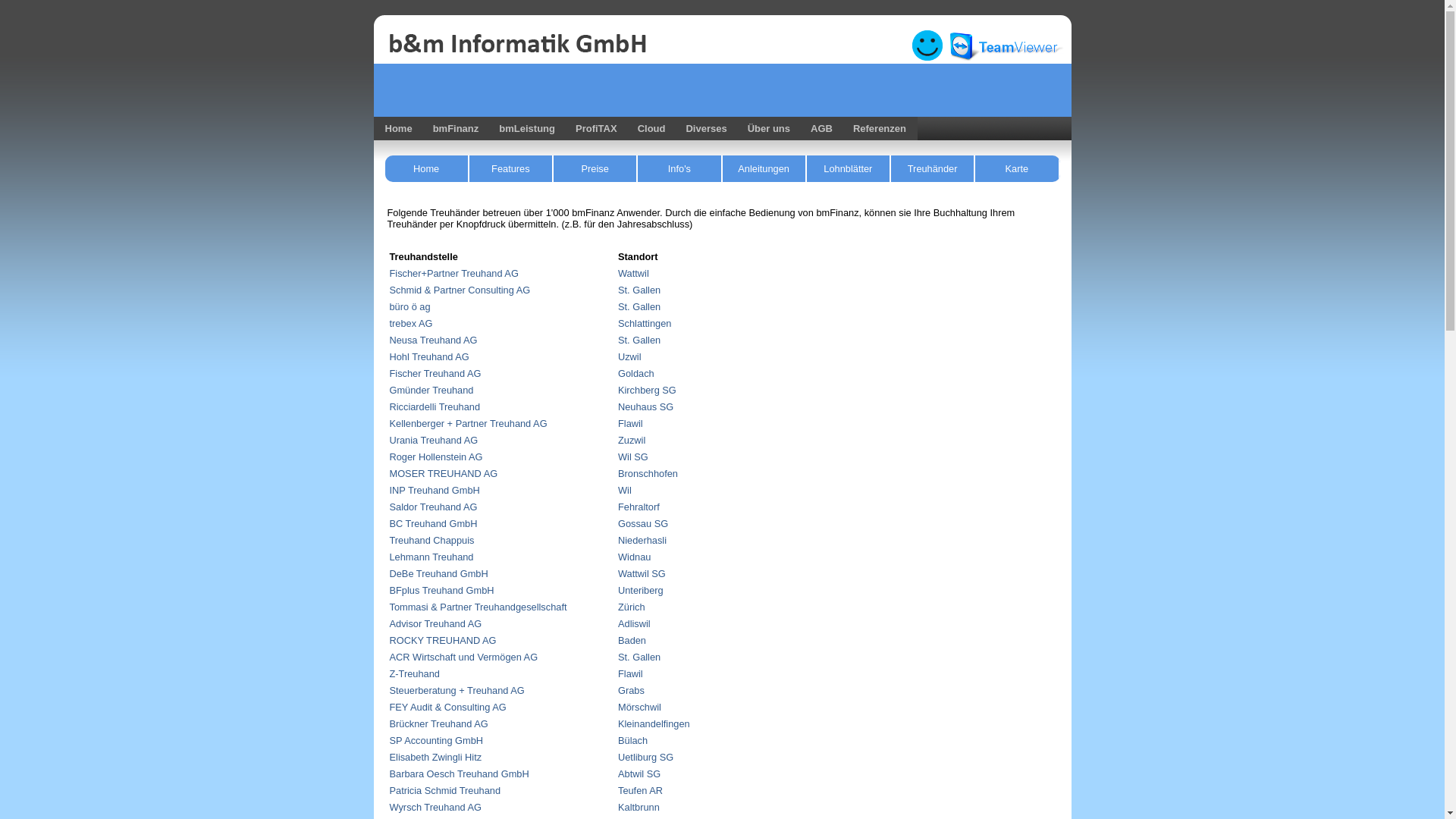 Image resolution: width=1456 pixels, height=819 pixels. Describe the element at coordinates (647, 389) in the screenshot. I see `'Kirchberg SG'` at that location.